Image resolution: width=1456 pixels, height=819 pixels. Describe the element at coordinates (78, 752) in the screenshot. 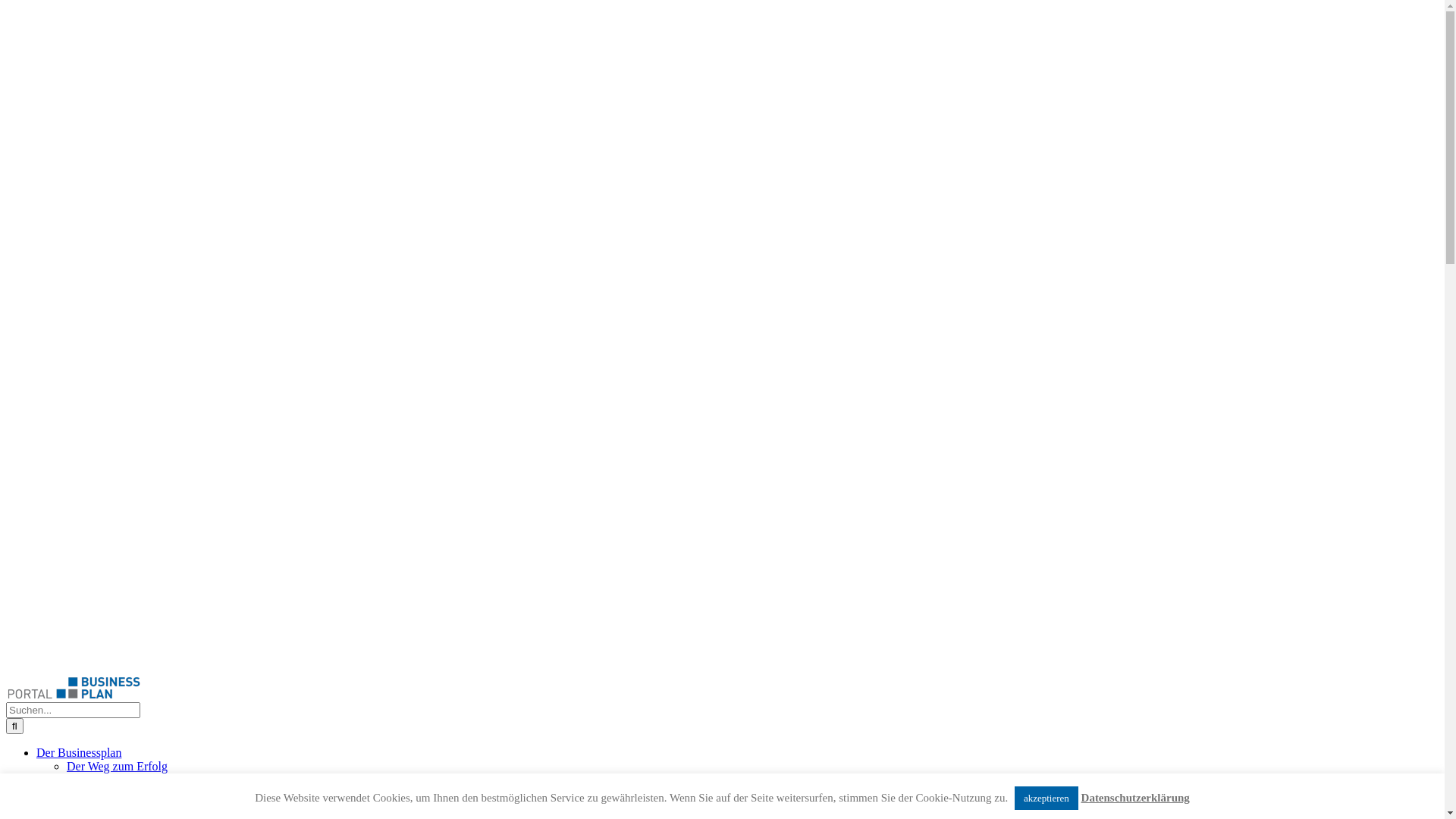

I see `'Der Businessplan'` at that location.